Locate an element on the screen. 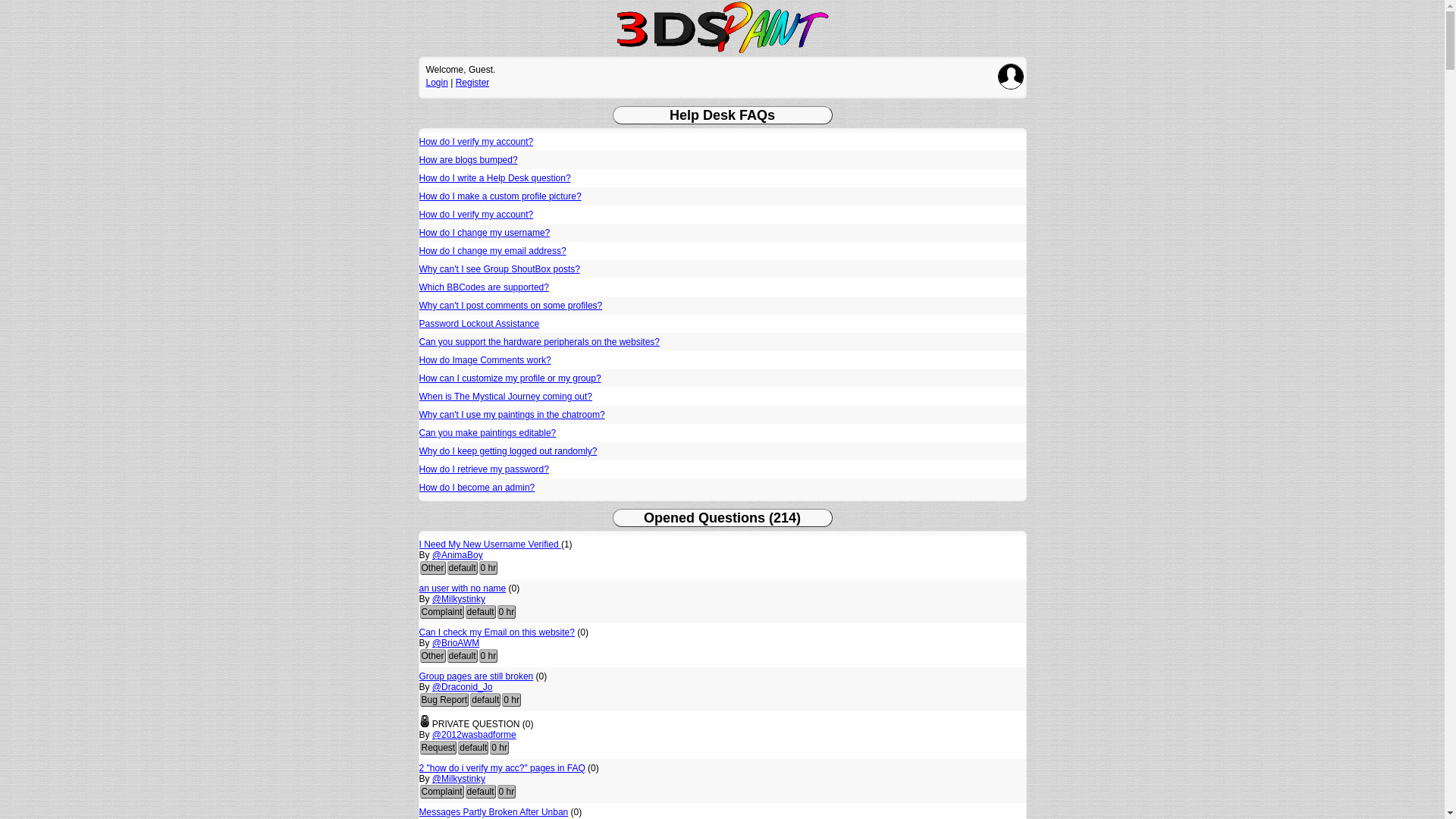  'Password Lockout Assistance' is located at coordinates (478, 323).